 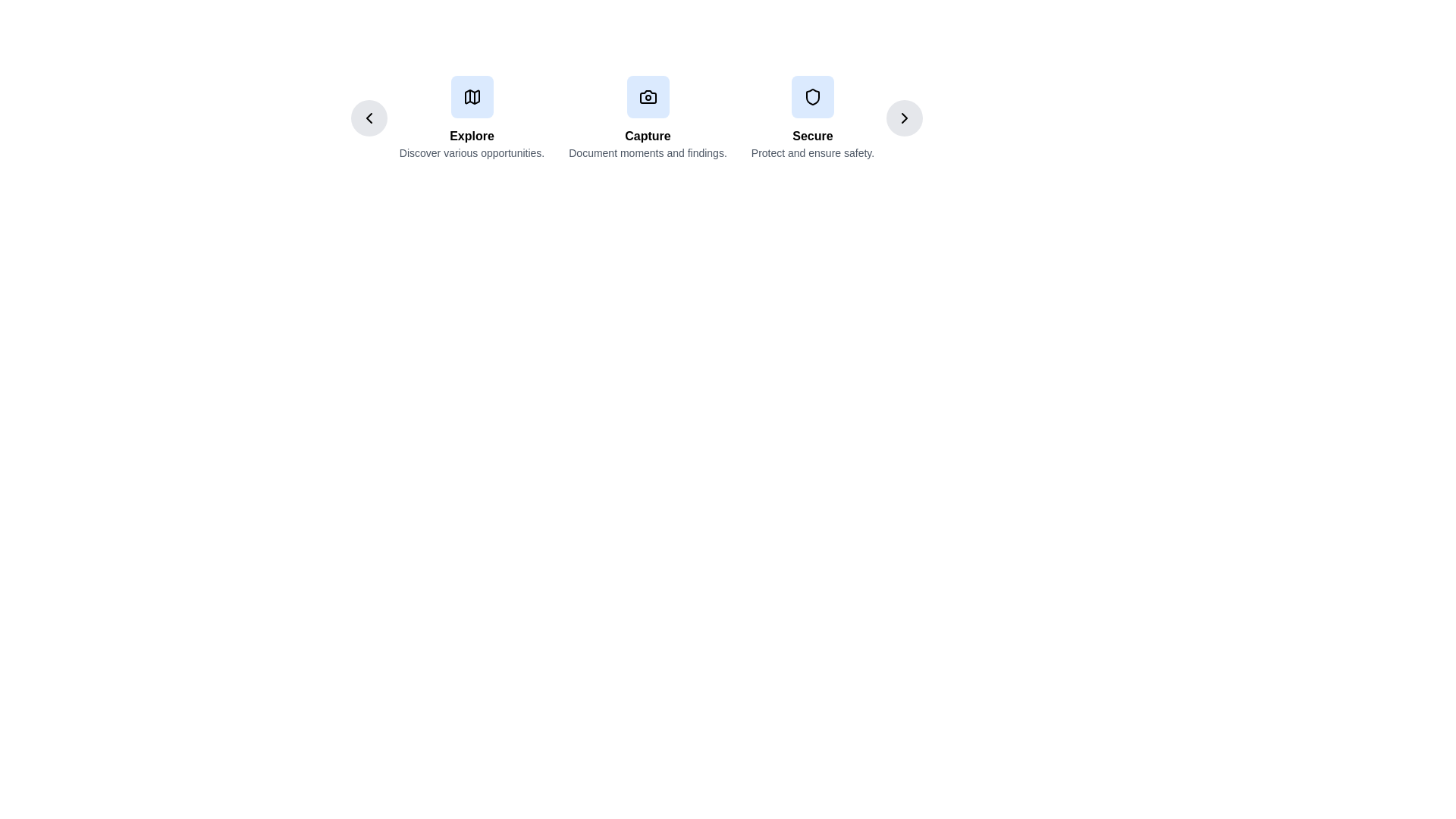 I want to click on text label that contains the word 'Secure' in bold, located below a shield icon and above the descriptive text 'Protect and ensure safety', so click(x=811, y=136).